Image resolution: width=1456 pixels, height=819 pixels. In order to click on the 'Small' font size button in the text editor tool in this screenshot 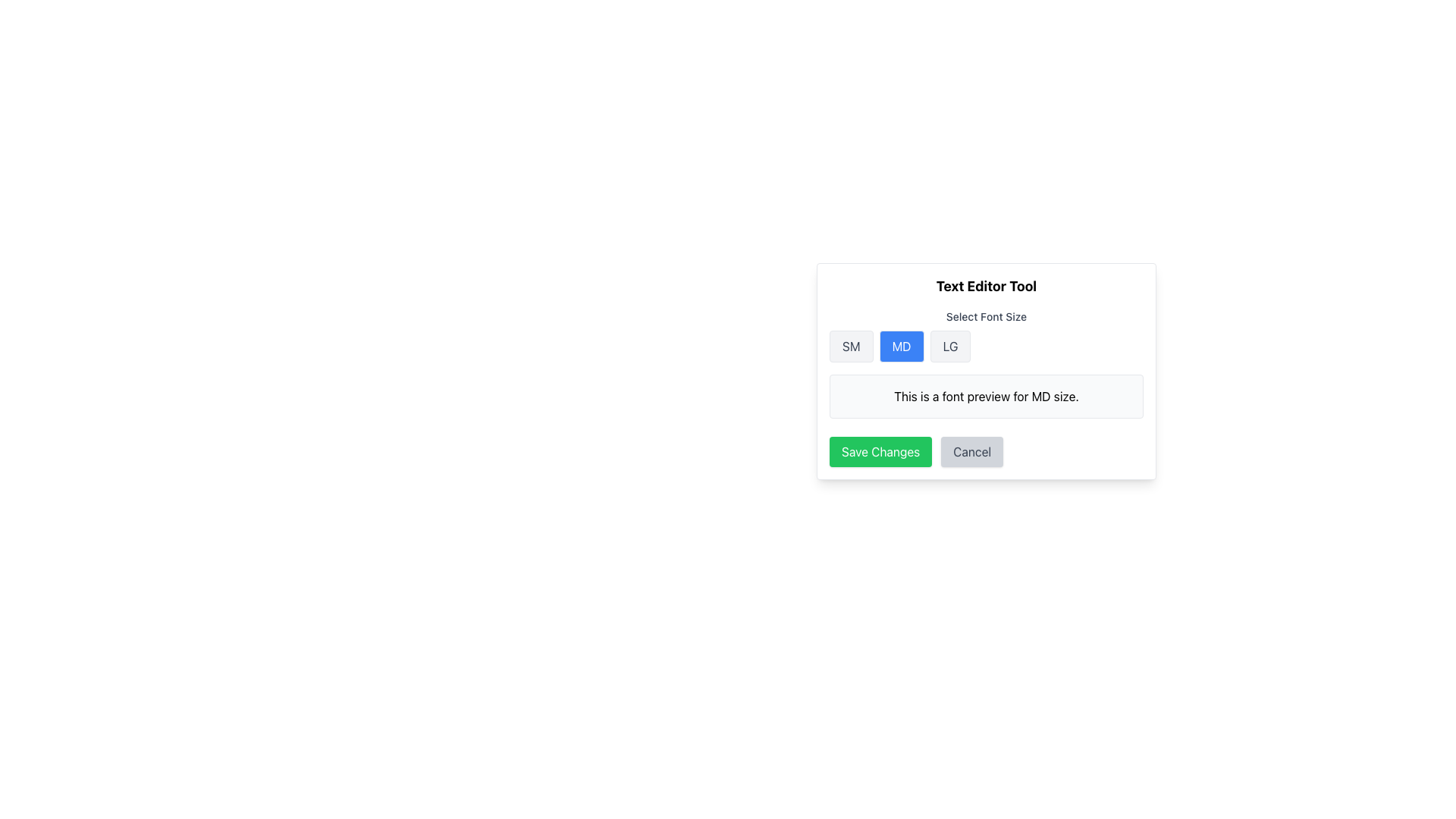, I will do `click(851, 346)`.